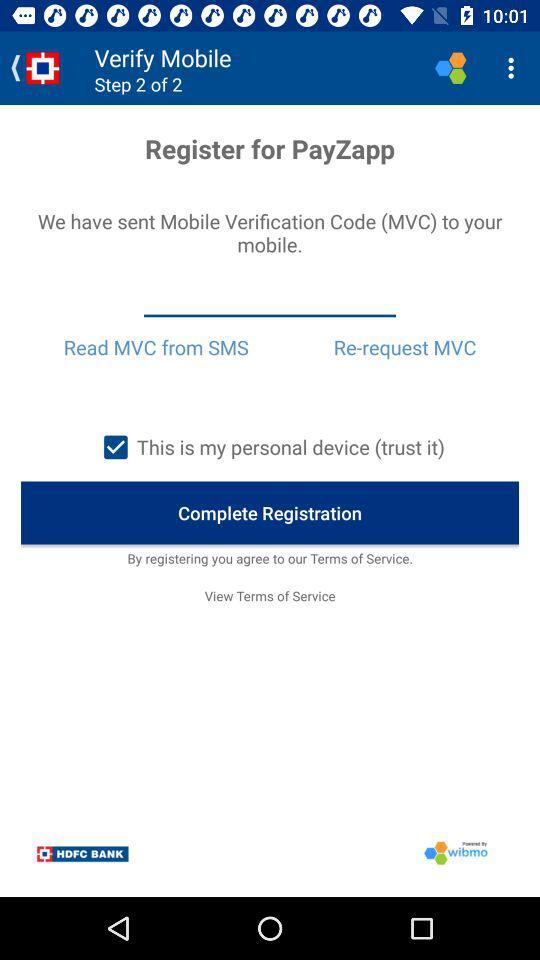 The width and height of the screenshot is (540, 960). I want to click on verification code, so click(270, 298).